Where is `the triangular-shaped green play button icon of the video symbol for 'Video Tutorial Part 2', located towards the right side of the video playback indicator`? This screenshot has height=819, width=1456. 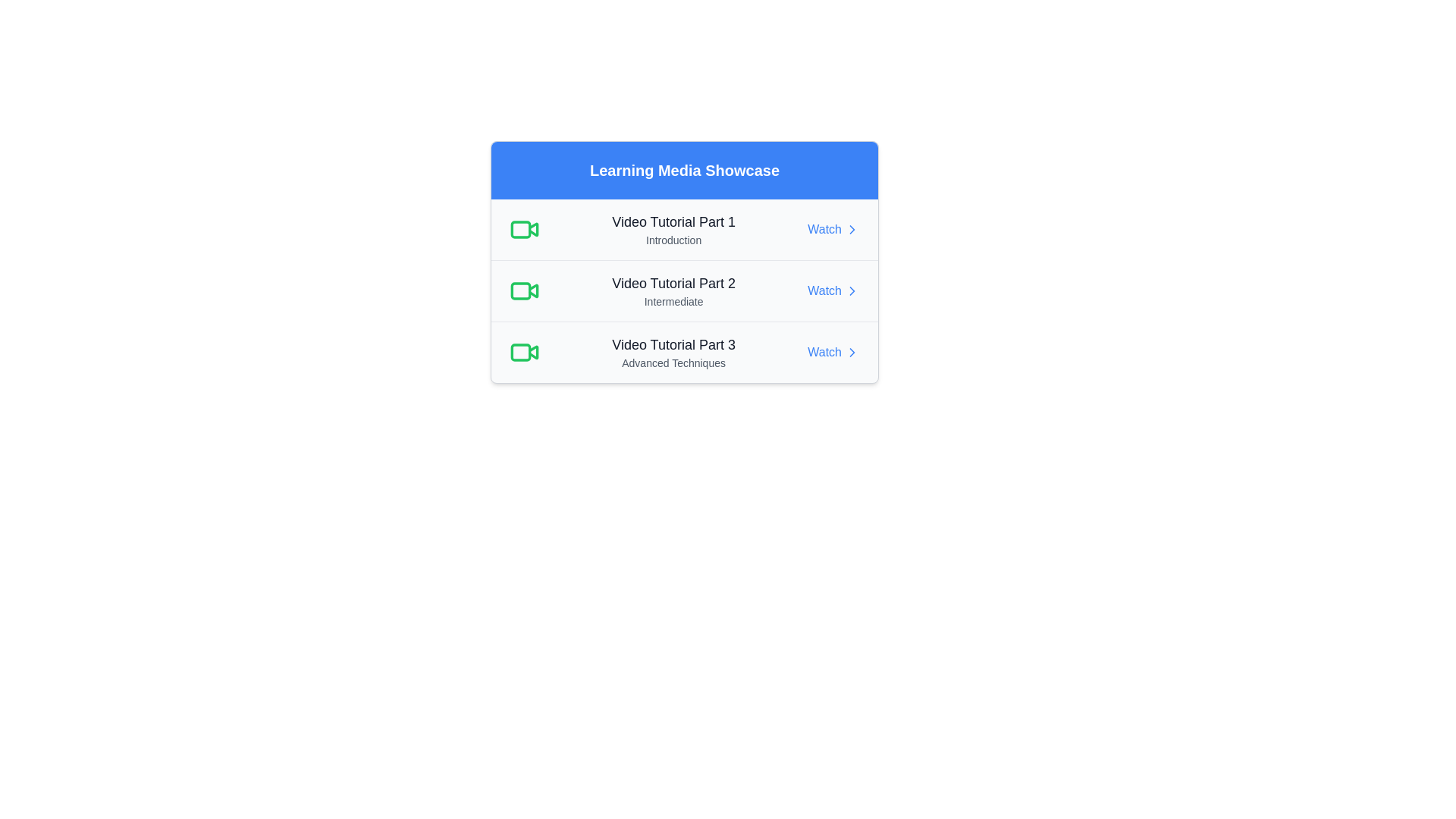 the triangular-shaped green play button icon of the video symbol for 'Video Tutorial Part 2', located towards the right side of the video playback indicator is located at coordinates (533, 290).